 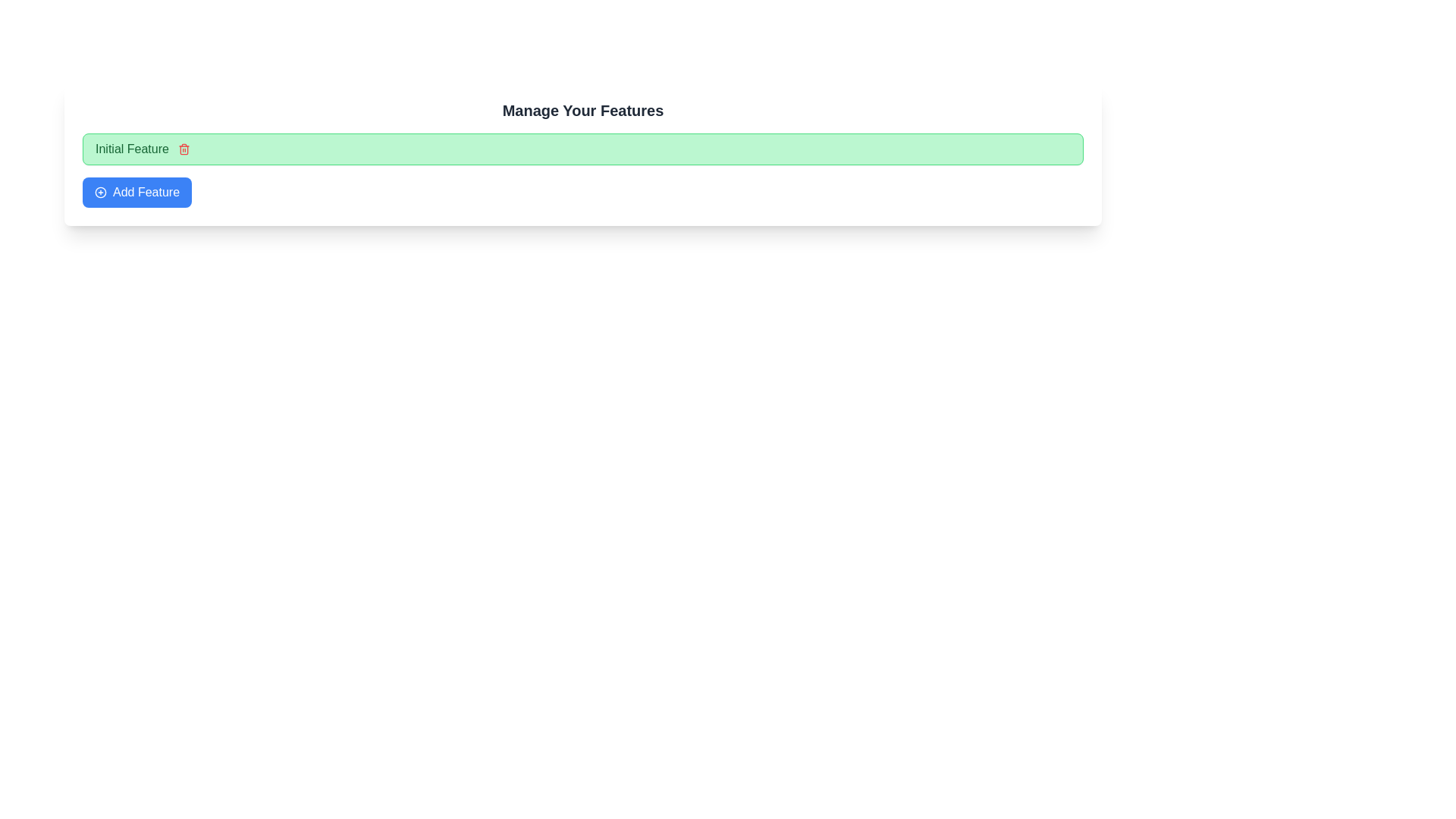 What do you see at coordinates (183, 149) in the screenshot?
I see `the trash icon to remove the 'Initial Feature' chip` at bounding box center [183, 149].